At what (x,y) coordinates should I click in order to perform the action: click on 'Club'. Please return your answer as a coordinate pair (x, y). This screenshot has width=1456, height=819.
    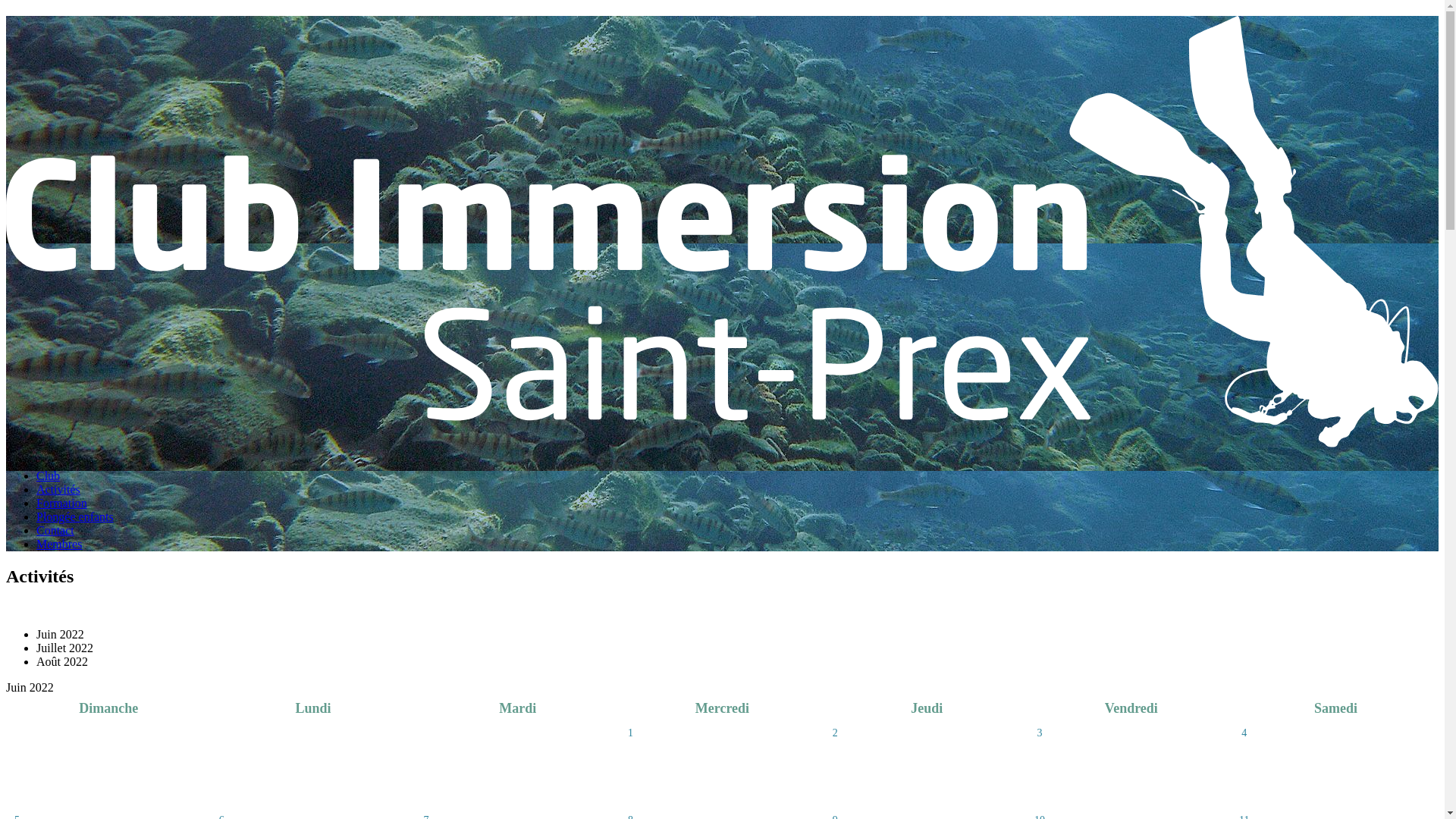
    Looking at the image, I should click on (48, 475).